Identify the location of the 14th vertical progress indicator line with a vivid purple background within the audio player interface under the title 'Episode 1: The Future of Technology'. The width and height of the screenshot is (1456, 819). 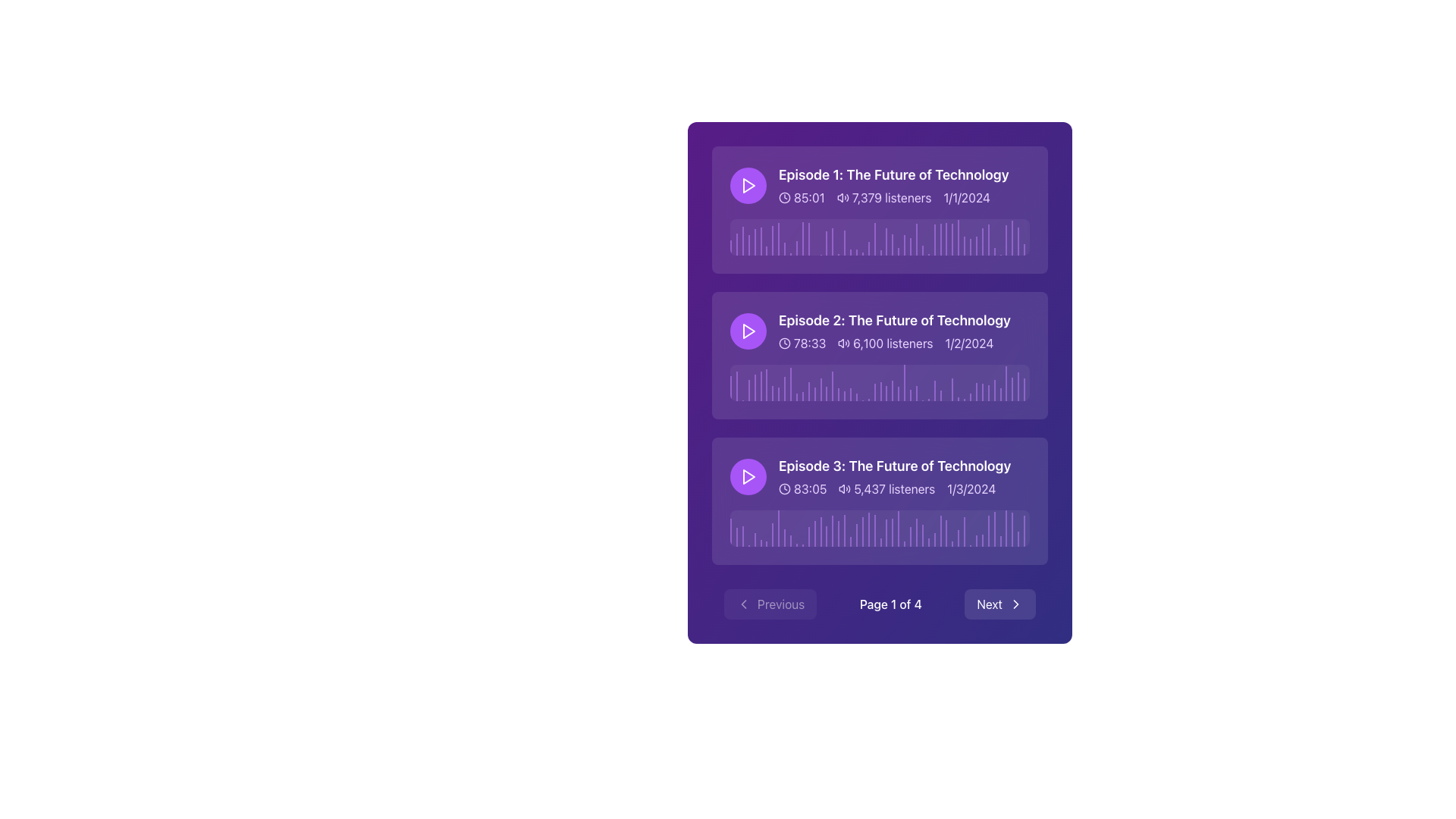
(808, 239).